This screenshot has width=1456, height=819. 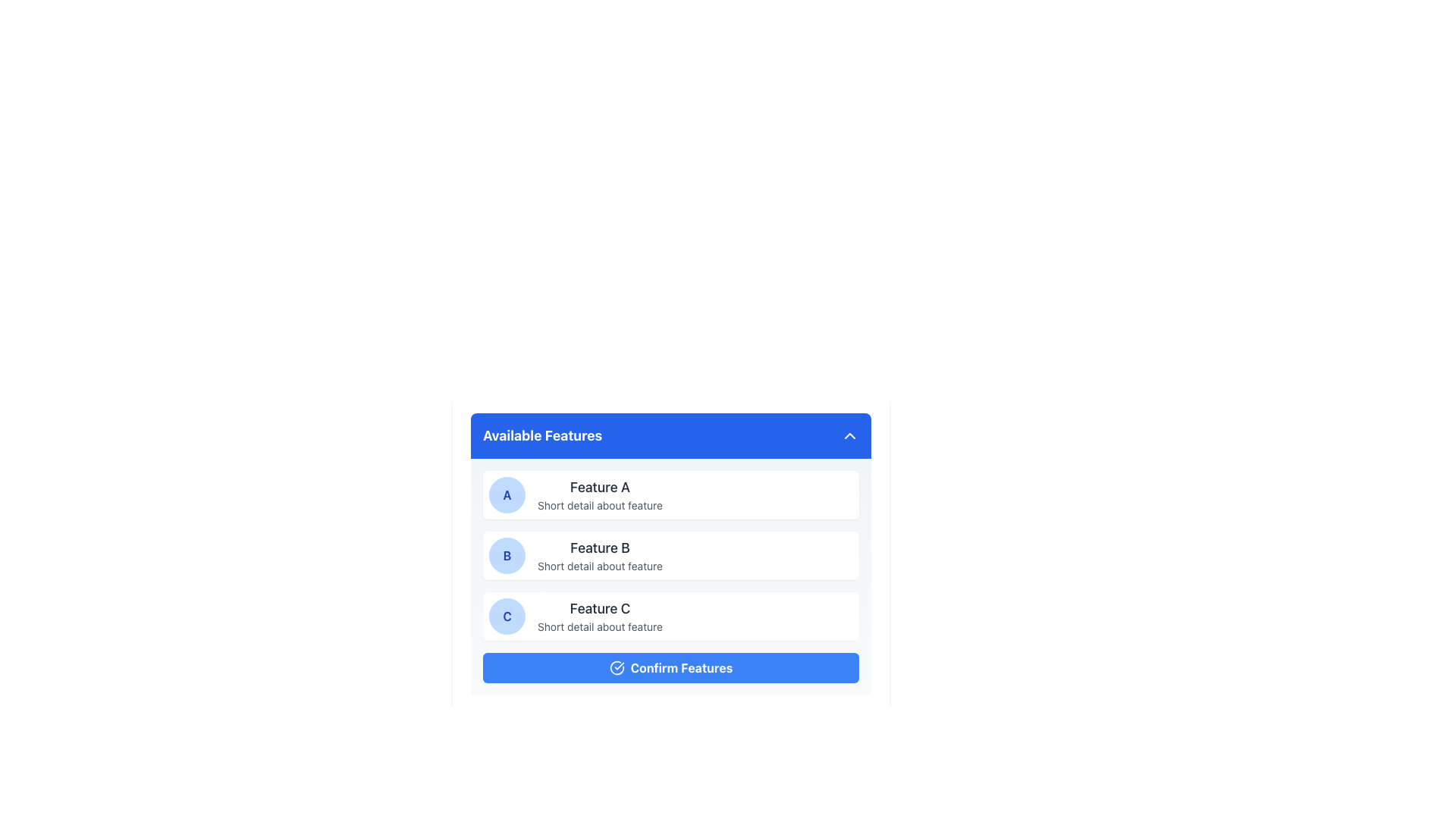 What do you see at coordinates (850, 435) in the screenshot?
I see `the upward chevron arrow icon button located in the upper-right corner of the blue header bar labeled 'Available Features'` at bounding box center [850, 435].